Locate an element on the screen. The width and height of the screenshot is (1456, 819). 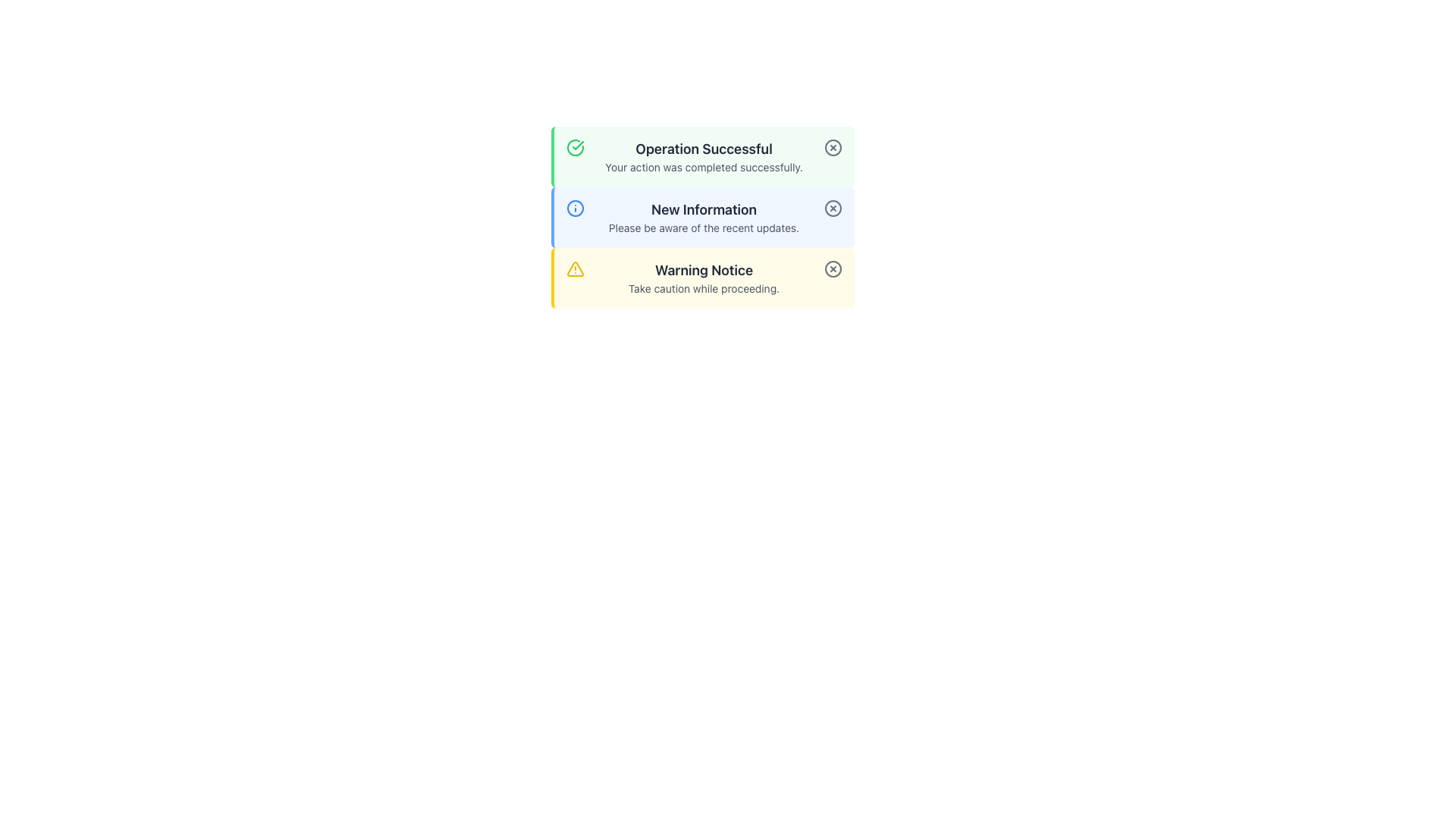
the circular close or cancel icon that visually defines its boundary, located to the far right of the 'Warning Notice' message box is located at coordinates (832, 268).